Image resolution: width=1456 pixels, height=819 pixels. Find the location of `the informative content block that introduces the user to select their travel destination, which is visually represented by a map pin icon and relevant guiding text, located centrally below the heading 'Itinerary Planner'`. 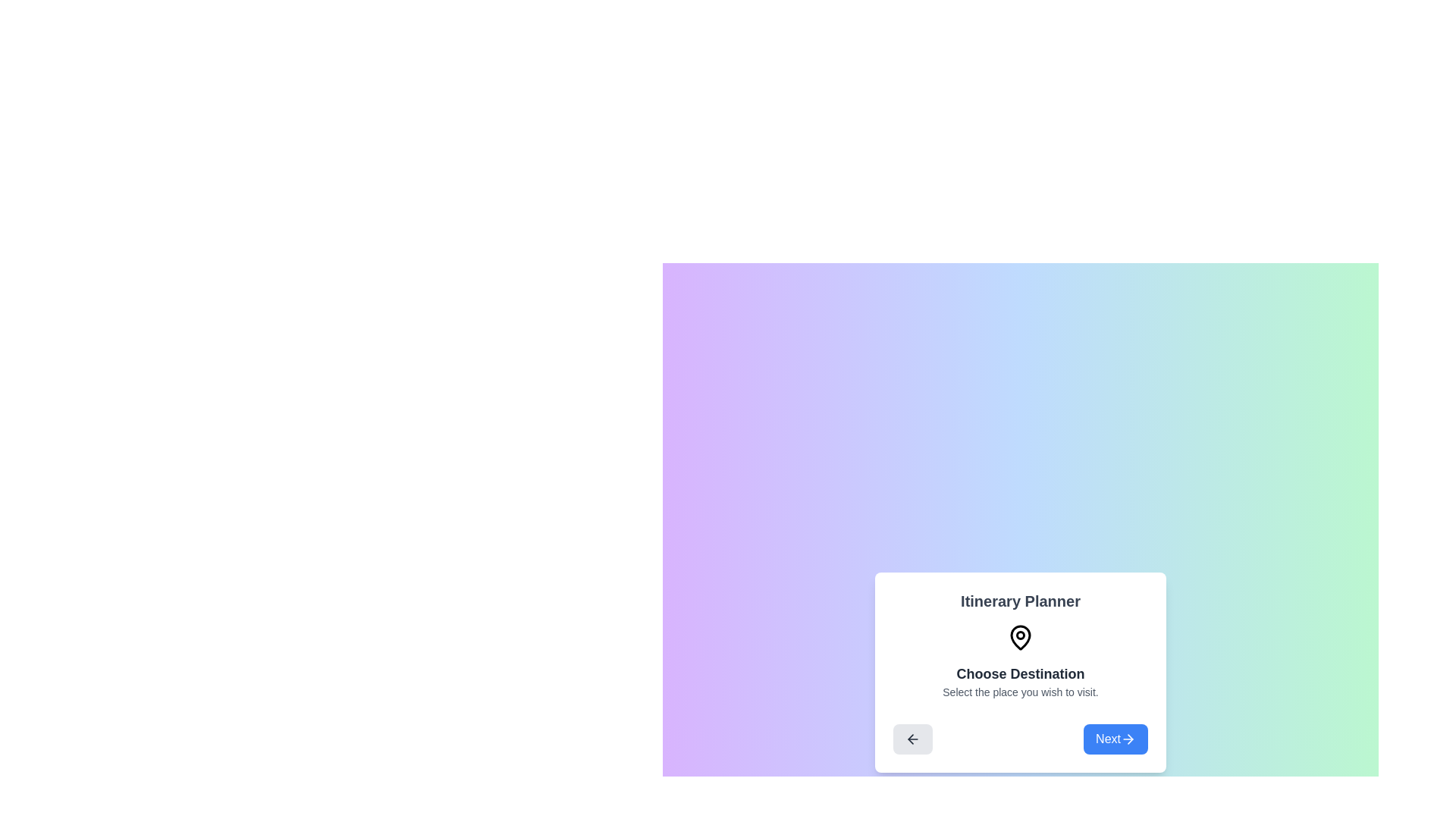

the informative content block that introduces the user to select their travel destination, which is visually represented by a map pin icon and relevant guiding text, located centrally below the heading 'Itinerary Planner' is located at coordinates (1020, 661).